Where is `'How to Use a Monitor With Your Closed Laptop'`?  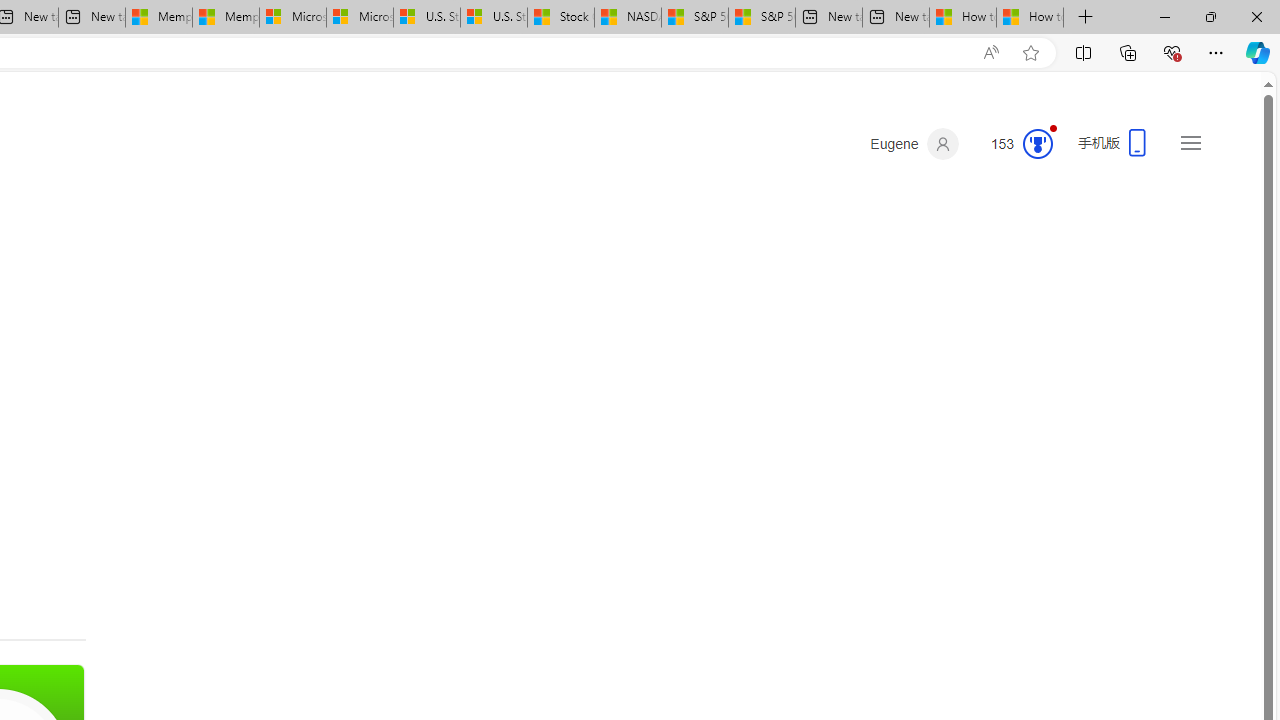
'How to Use a Monitor With Your Closed Laptop' is located at coordinates (1030, 17).